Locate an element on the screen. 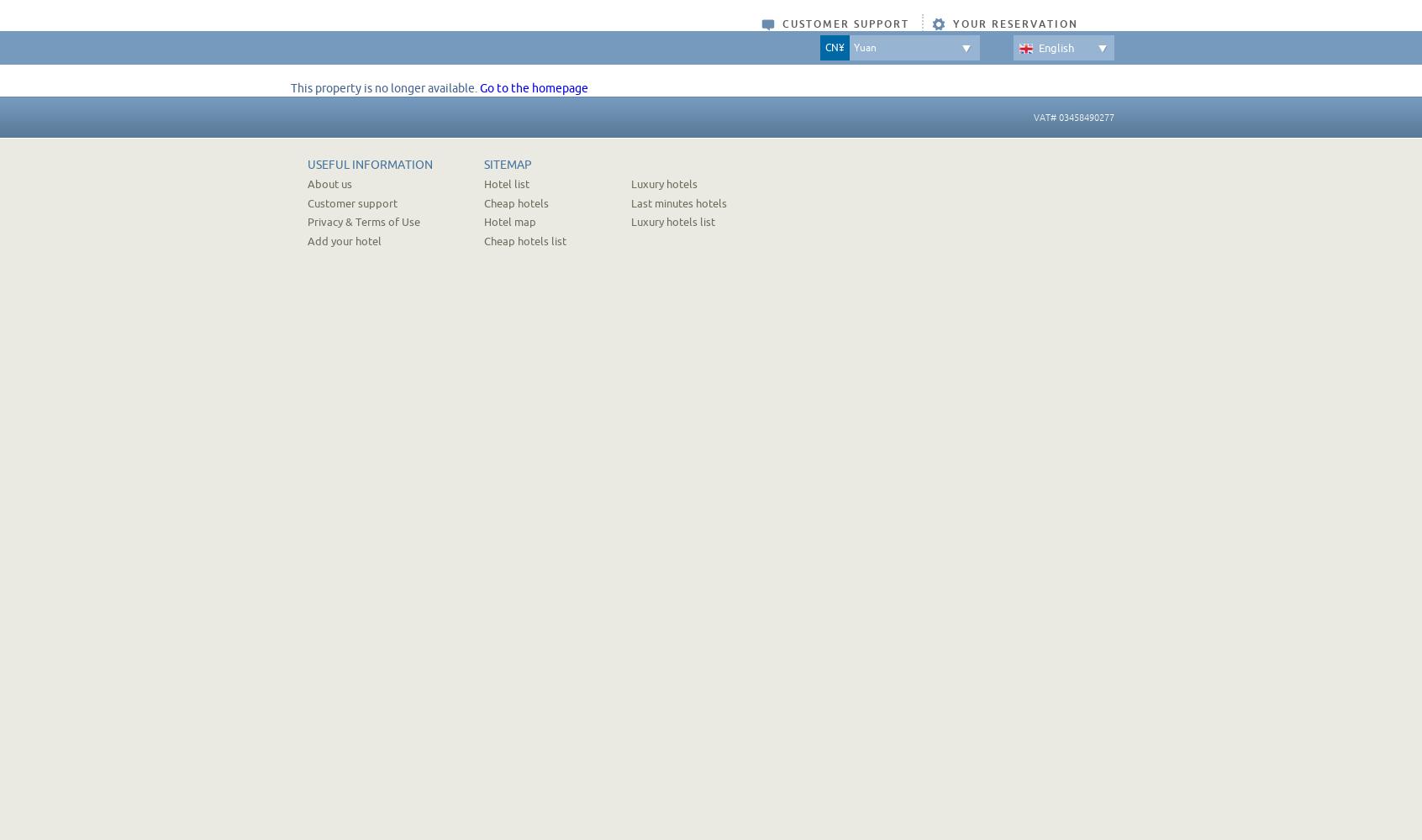  'VAT# 03458490277' is located at coordinates (1034, 118).